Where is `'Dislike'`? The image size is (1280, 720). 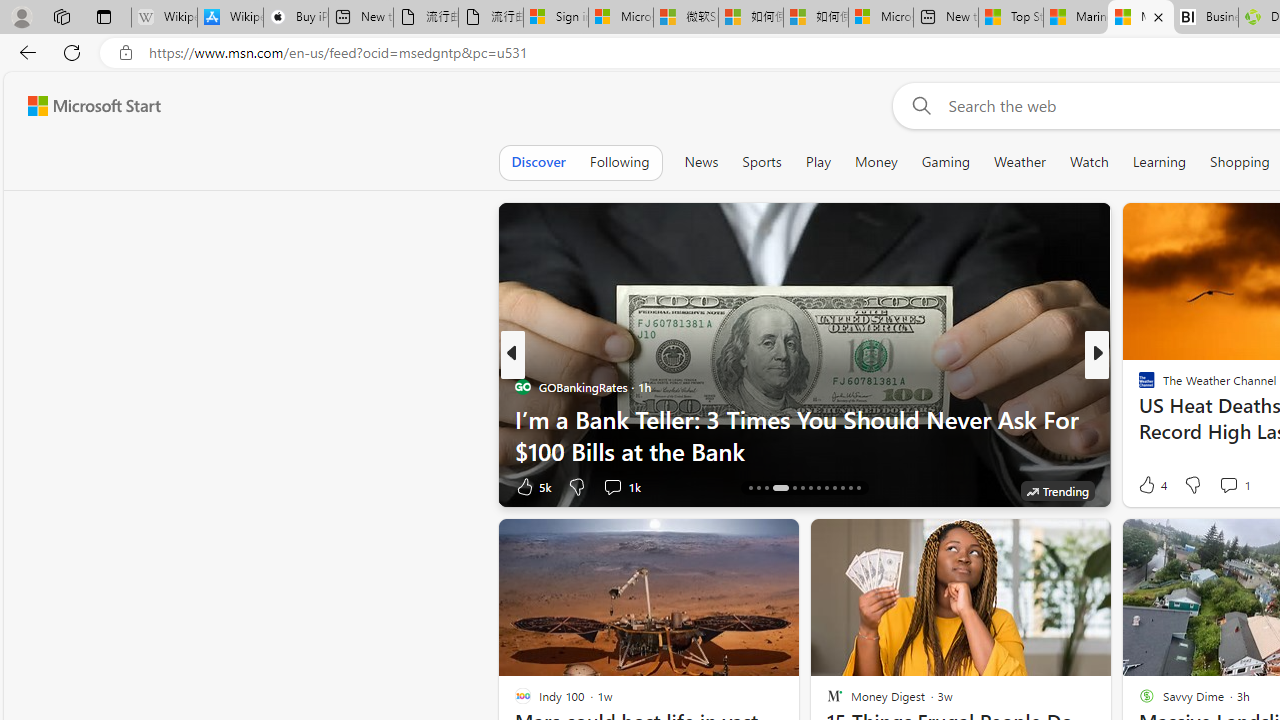
'Dislike' is located at coordinates (1192, 484).